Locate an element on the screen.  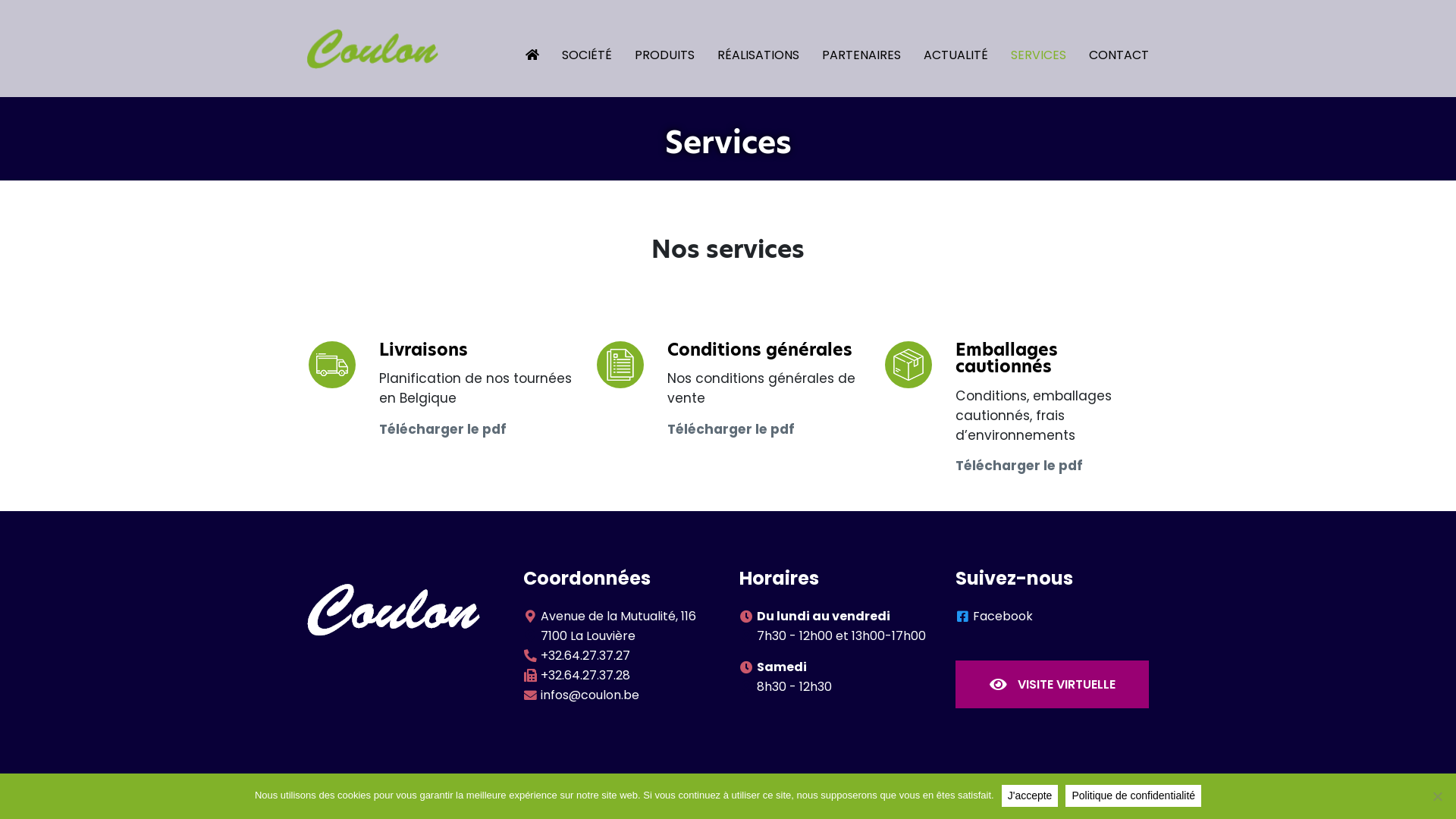
'J'accepte' is located at coordinates (1030, 795).